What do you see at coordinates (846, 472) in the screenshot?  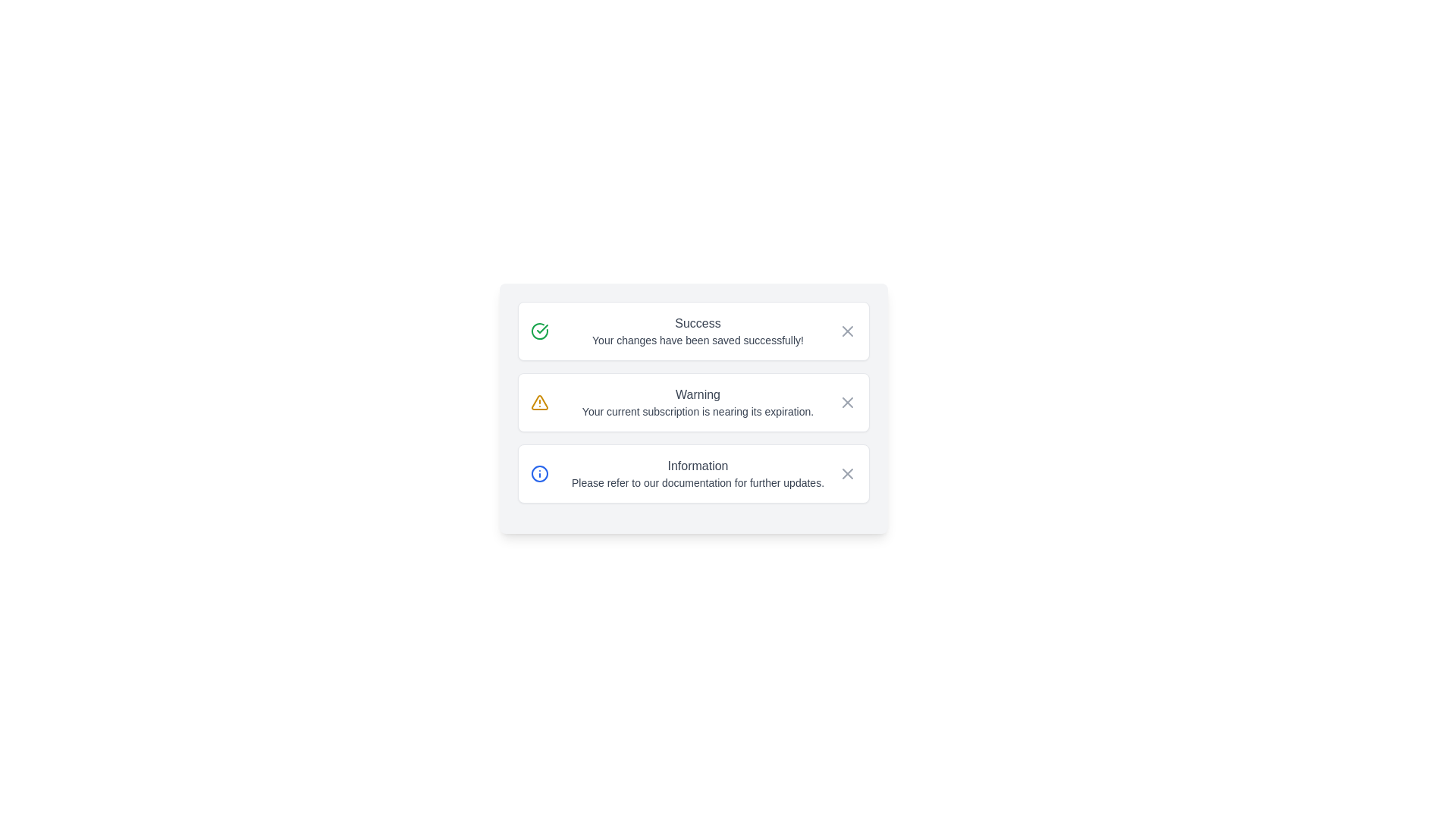 I see `the circular 'X' icon in gray located at the top-right corner of the 'Information' dialog box to change its color to red` at bounding box center [846, 472].